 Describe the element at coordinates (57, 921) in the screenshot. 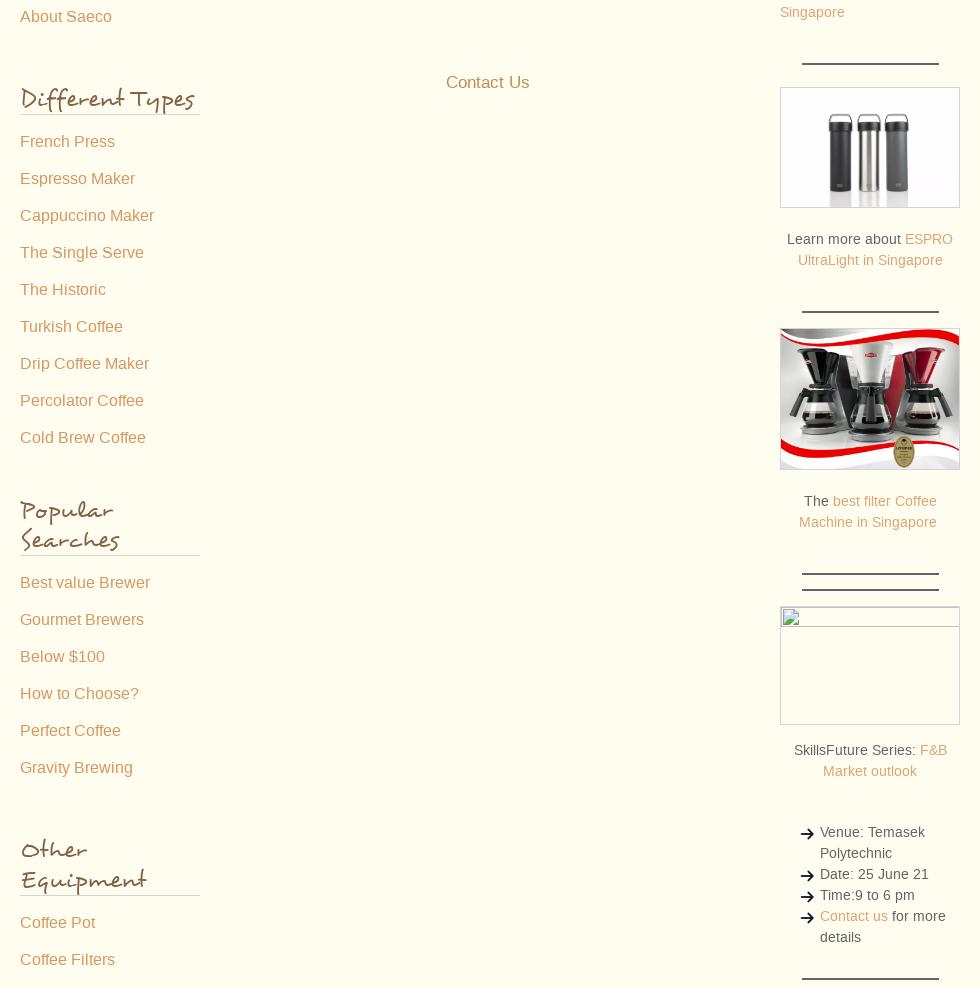

I see `'Coffee Pot'` at that location.